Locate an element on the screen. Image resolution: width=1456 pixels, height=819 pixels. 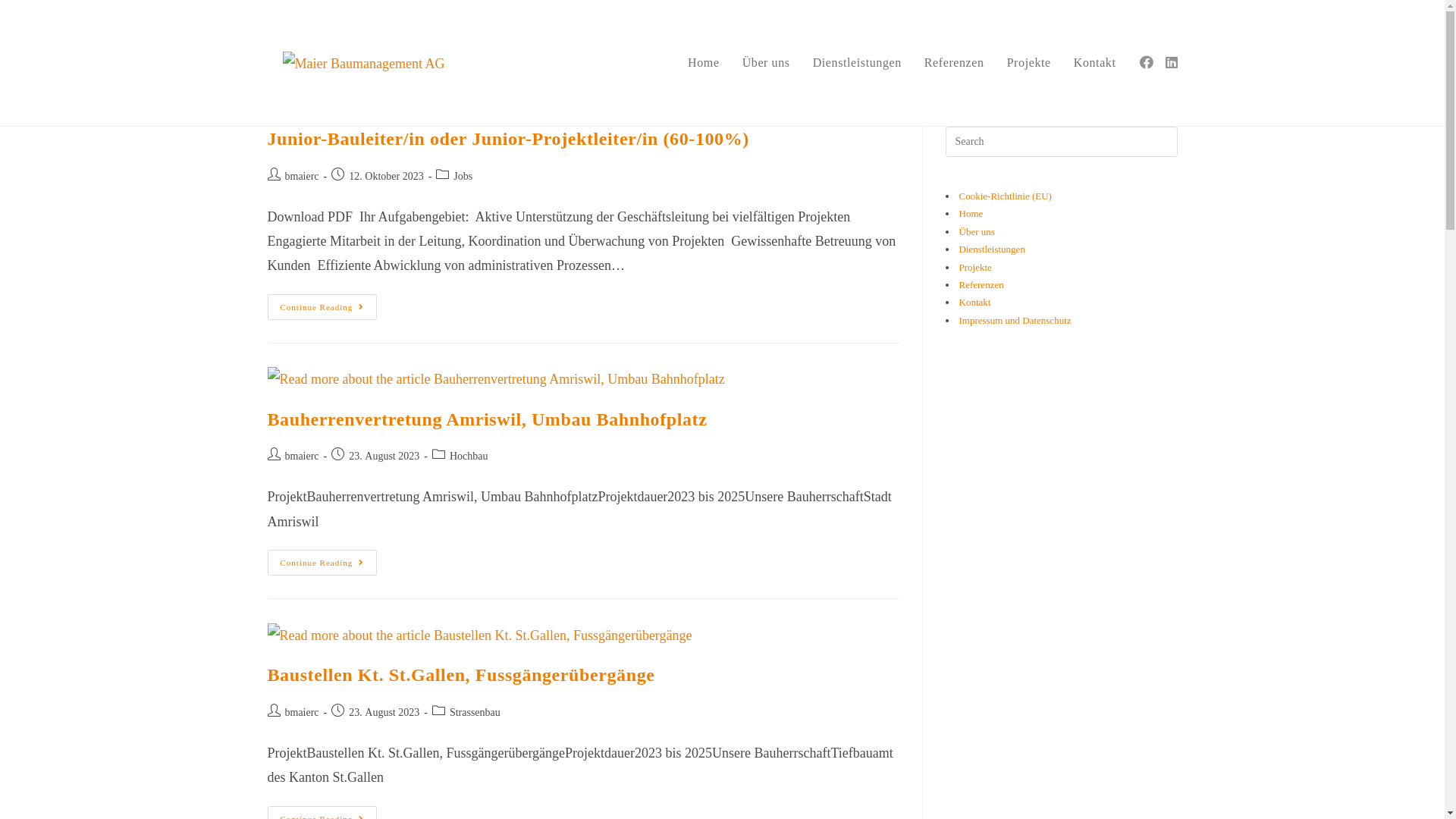
'Dienstleistungen' is located at coordinates (991, 248).